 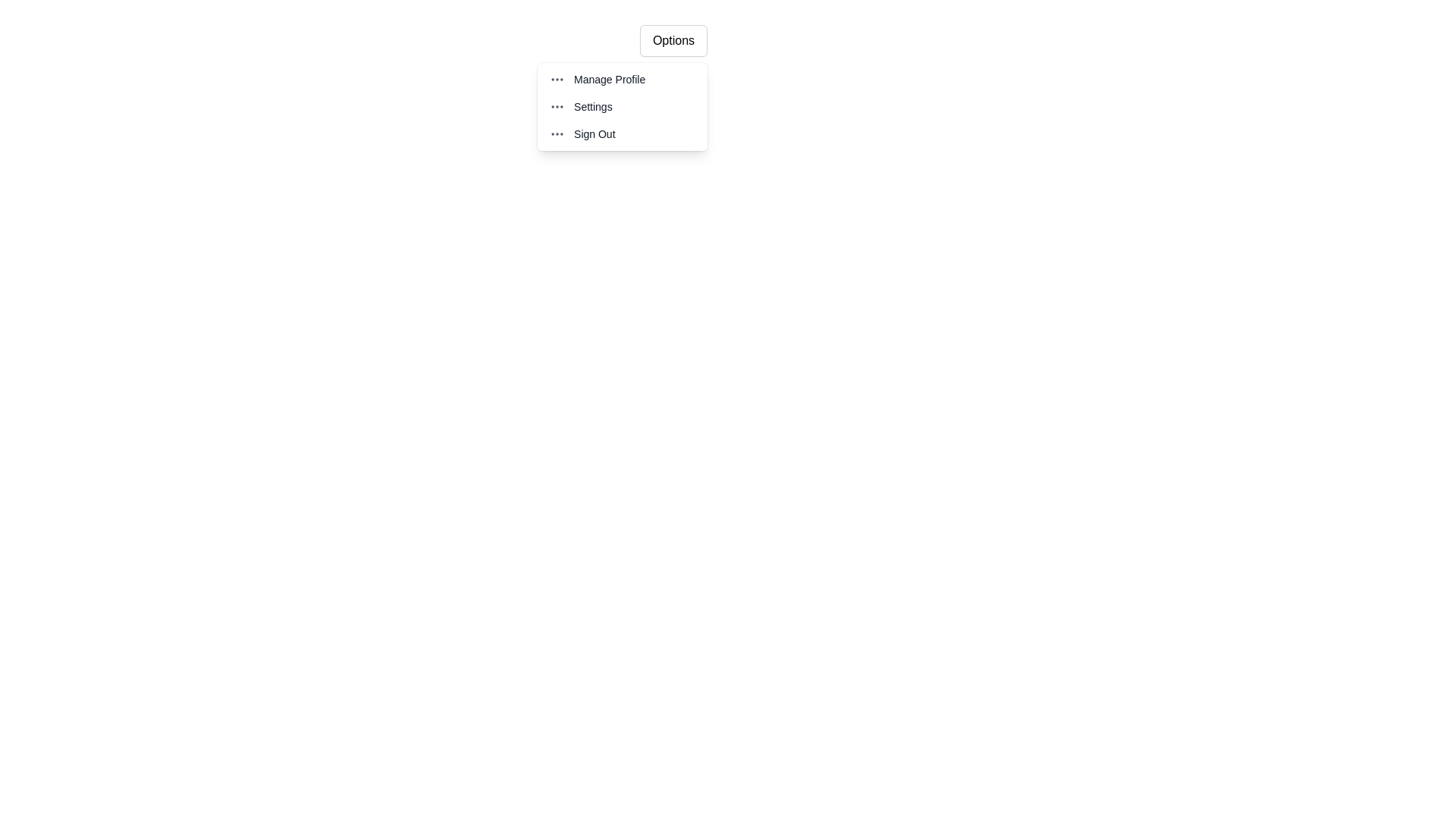 What do you see at coordinates (622, 106) in the screenshot?
I see `the second menu item in the vertical list` at bounding box center [622, 106].